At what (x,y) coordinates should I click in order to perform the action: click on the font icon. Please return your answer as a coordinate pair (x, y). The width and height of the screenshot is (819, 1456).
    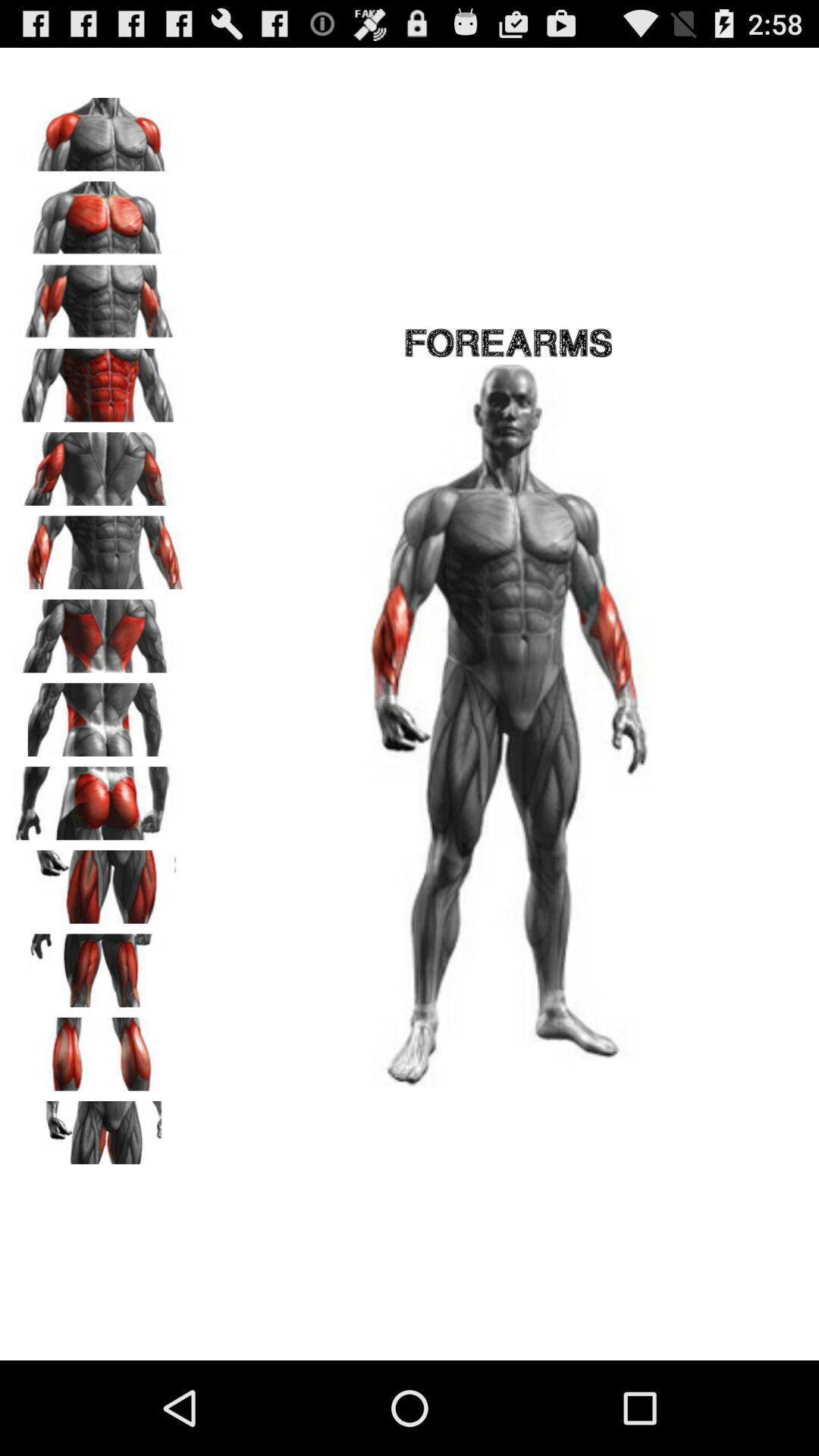
    Looking at the image, I should click on (99, 1032).